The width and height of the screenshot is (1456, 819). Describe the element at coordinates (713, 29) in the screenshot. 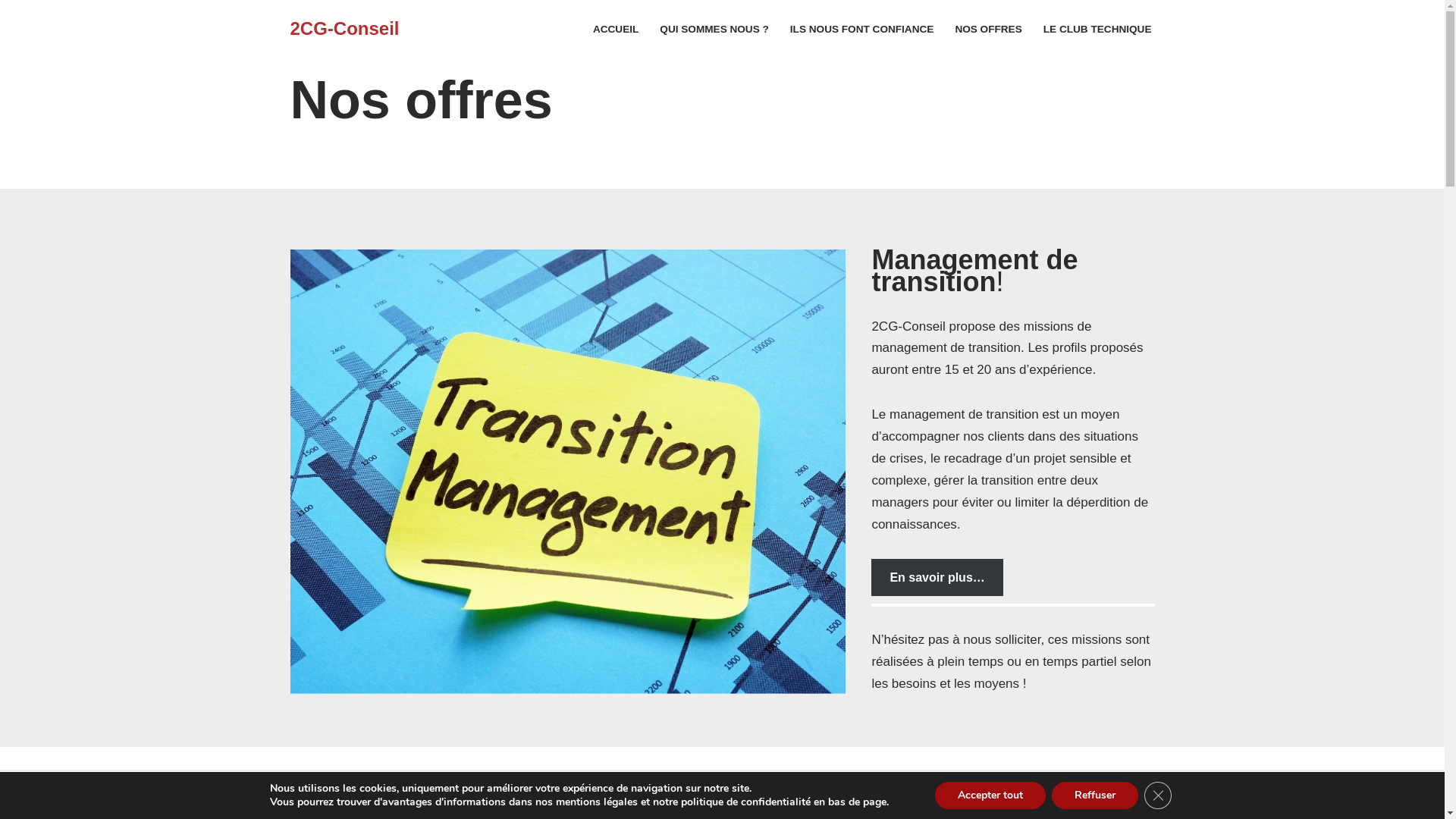

I see `'QUI SOMMES NOUS ?'` at that location.